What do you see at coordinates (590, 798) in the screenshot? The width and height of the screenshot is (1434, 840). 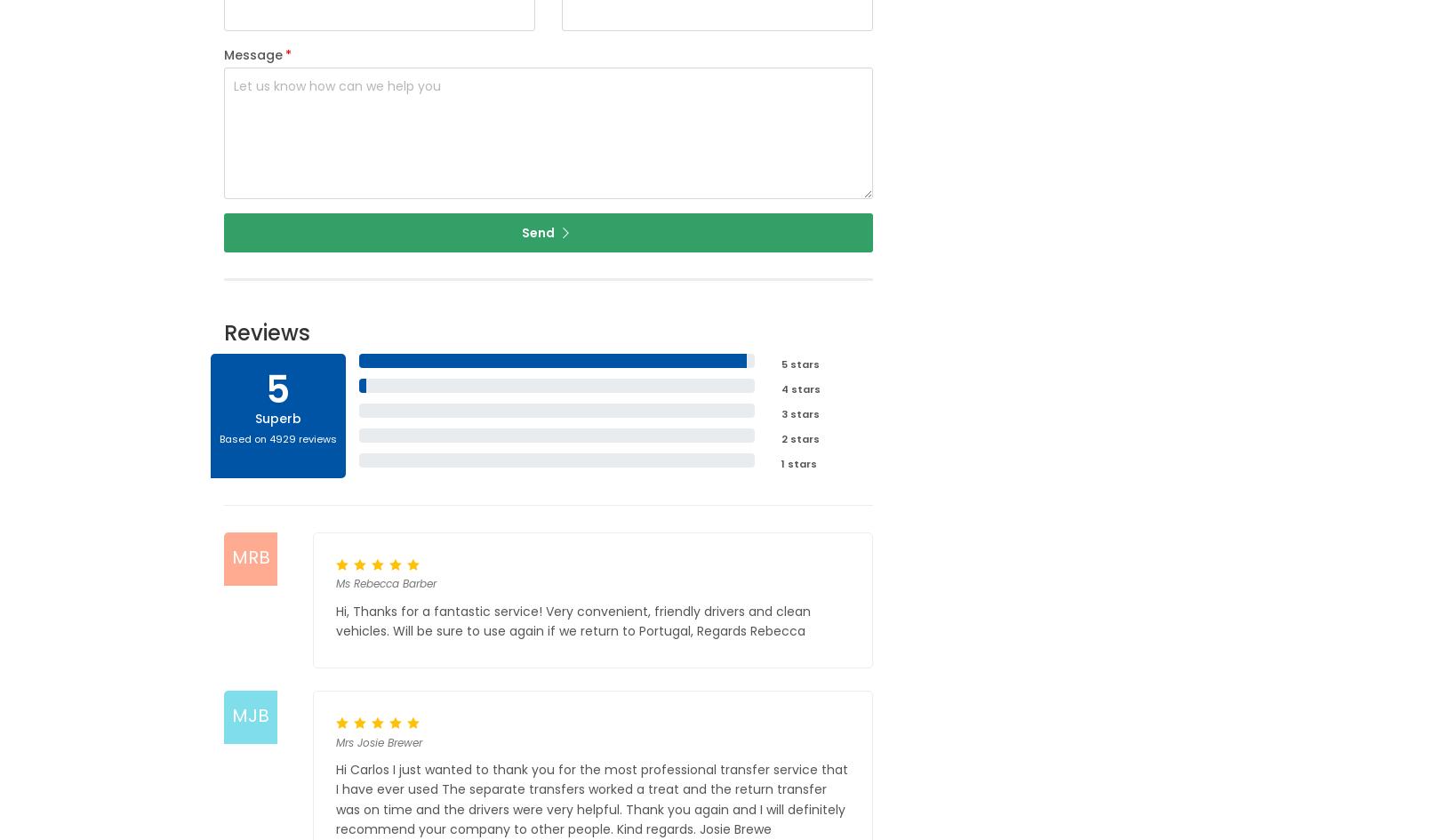 I see `'Hi Carlos
I just wanted to thank you for the most professional transfer service that I have ever used
The separate transfers worked a treat and the return transfer was on time and the drivers were very helpful.
Thank you again and I will definitely recommend your company to other people.
Kind regards.
Josie Brewe'` at bounding box center [590, 798].